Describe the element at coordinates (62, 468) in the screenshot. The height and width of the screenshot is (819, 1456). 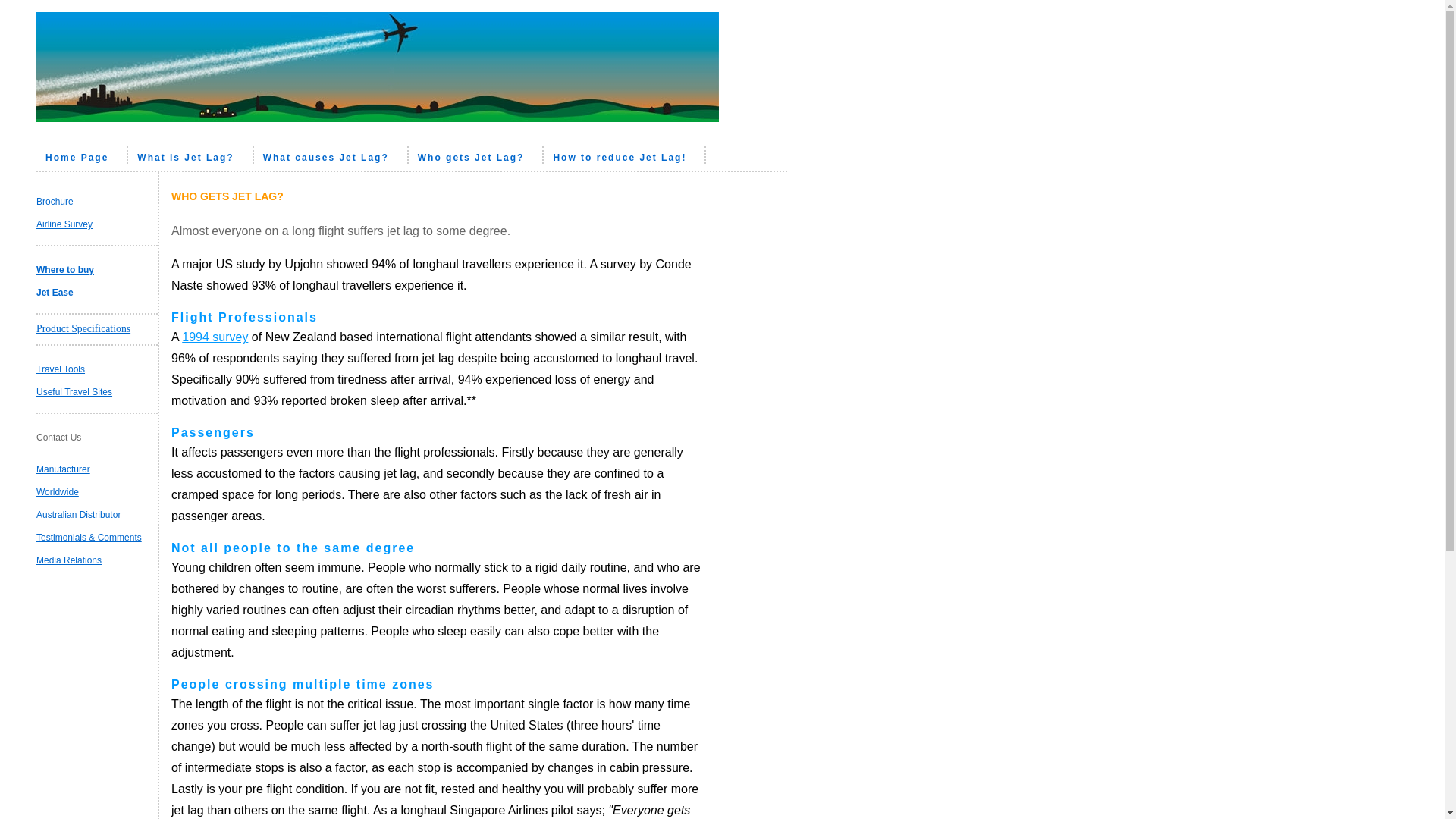
I see `'Manufacturer'` at that location.